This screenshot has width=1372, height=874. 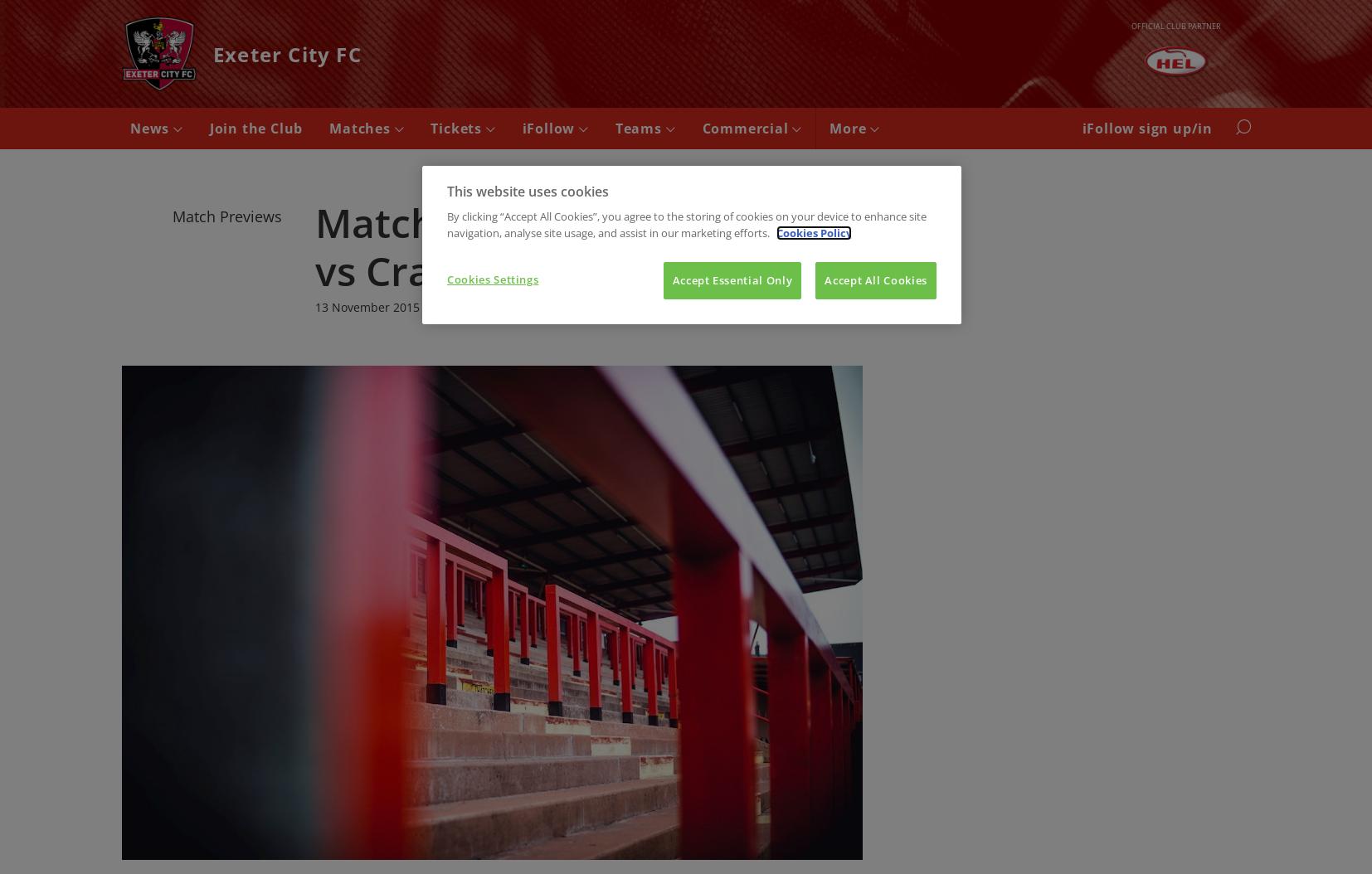 What do you see at coordinates (457, 129) in the screenshot?
I see `'Tickets'` at bounding box center [457, 129].